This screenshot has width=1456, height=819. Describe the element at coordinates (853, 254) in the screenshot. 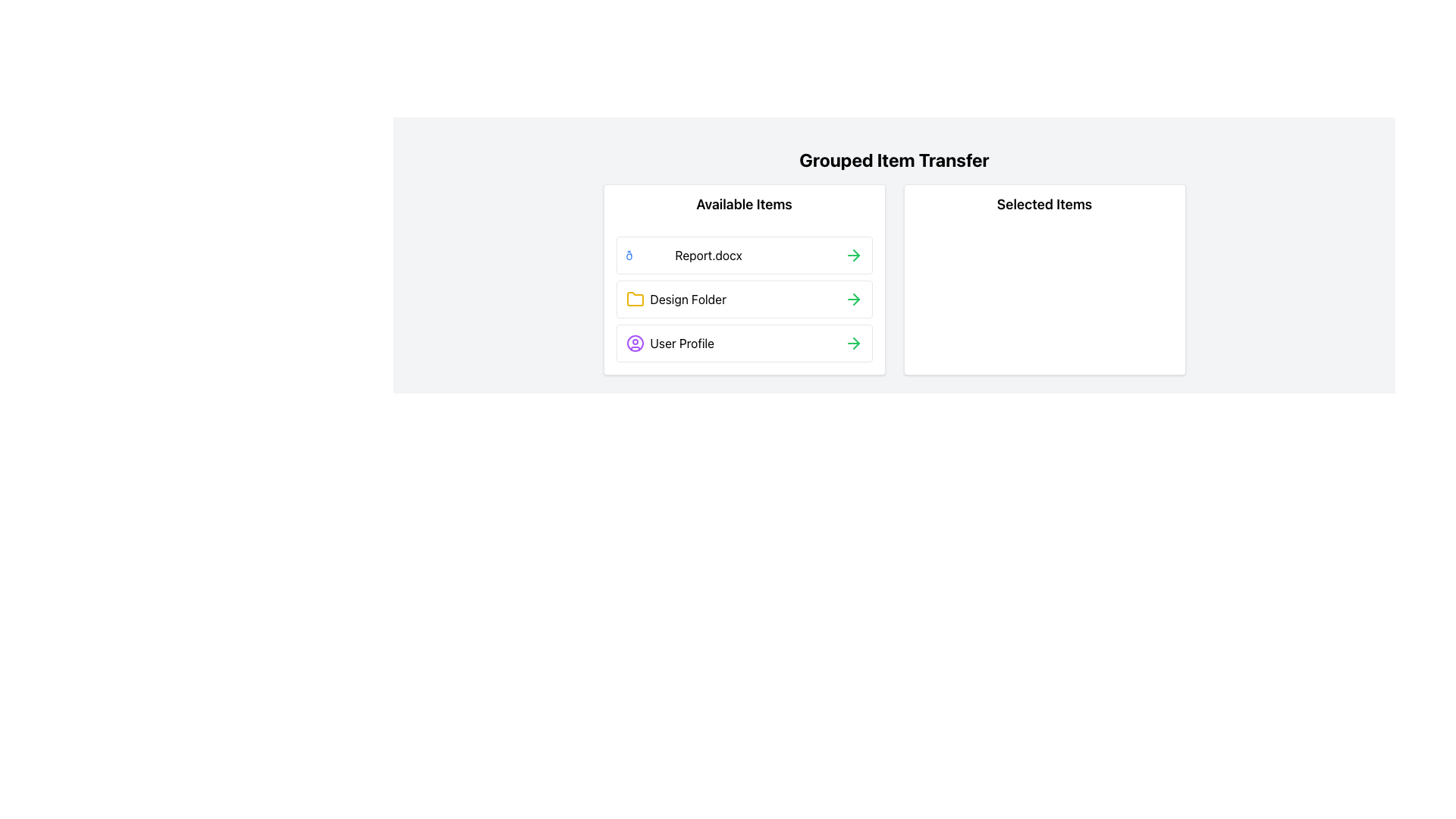

I see `the interactive green arrow icon located to the right of 'Report.docx'` at that location.